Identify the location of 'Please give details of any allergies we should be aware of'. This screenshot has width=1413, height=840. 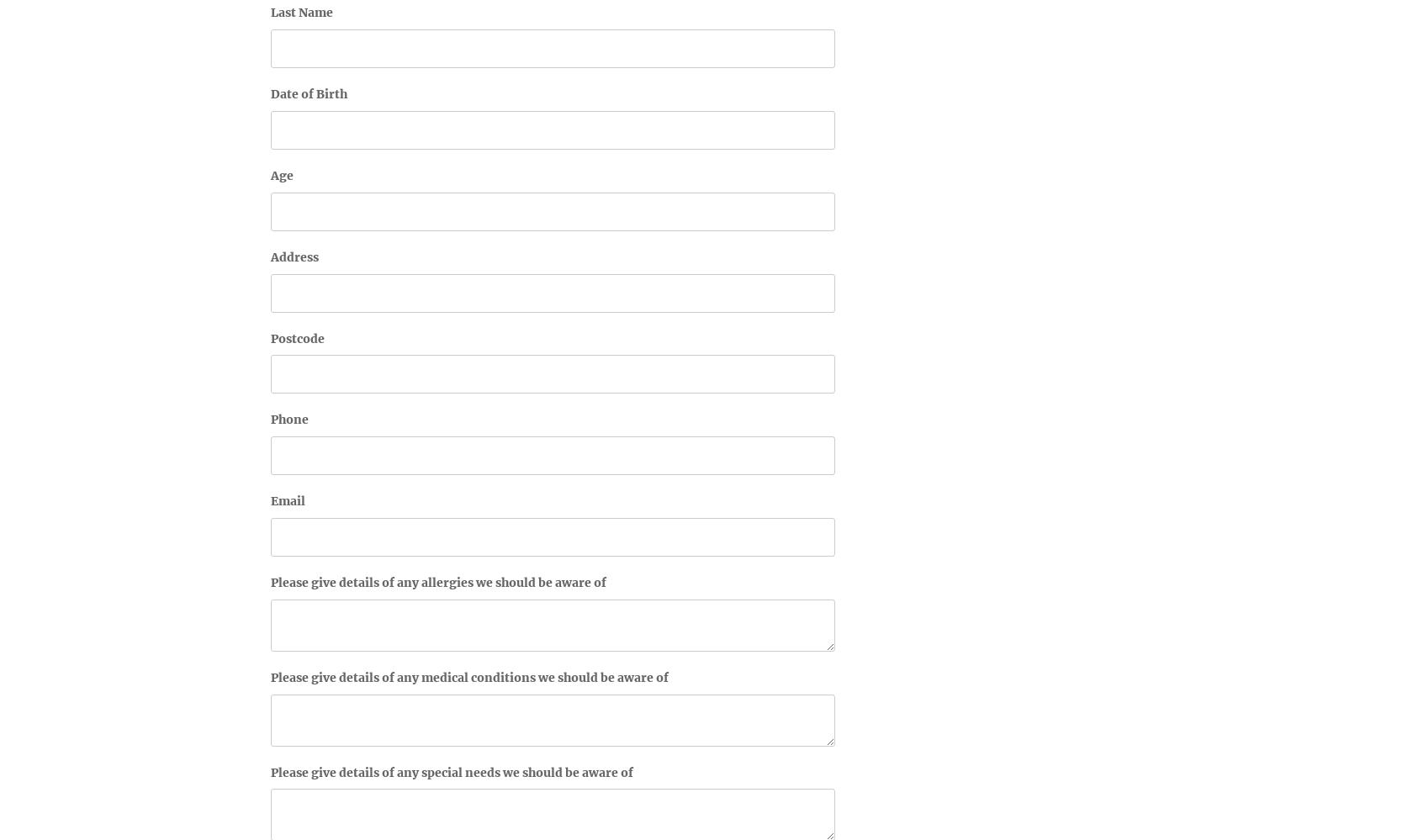
(438, 583).